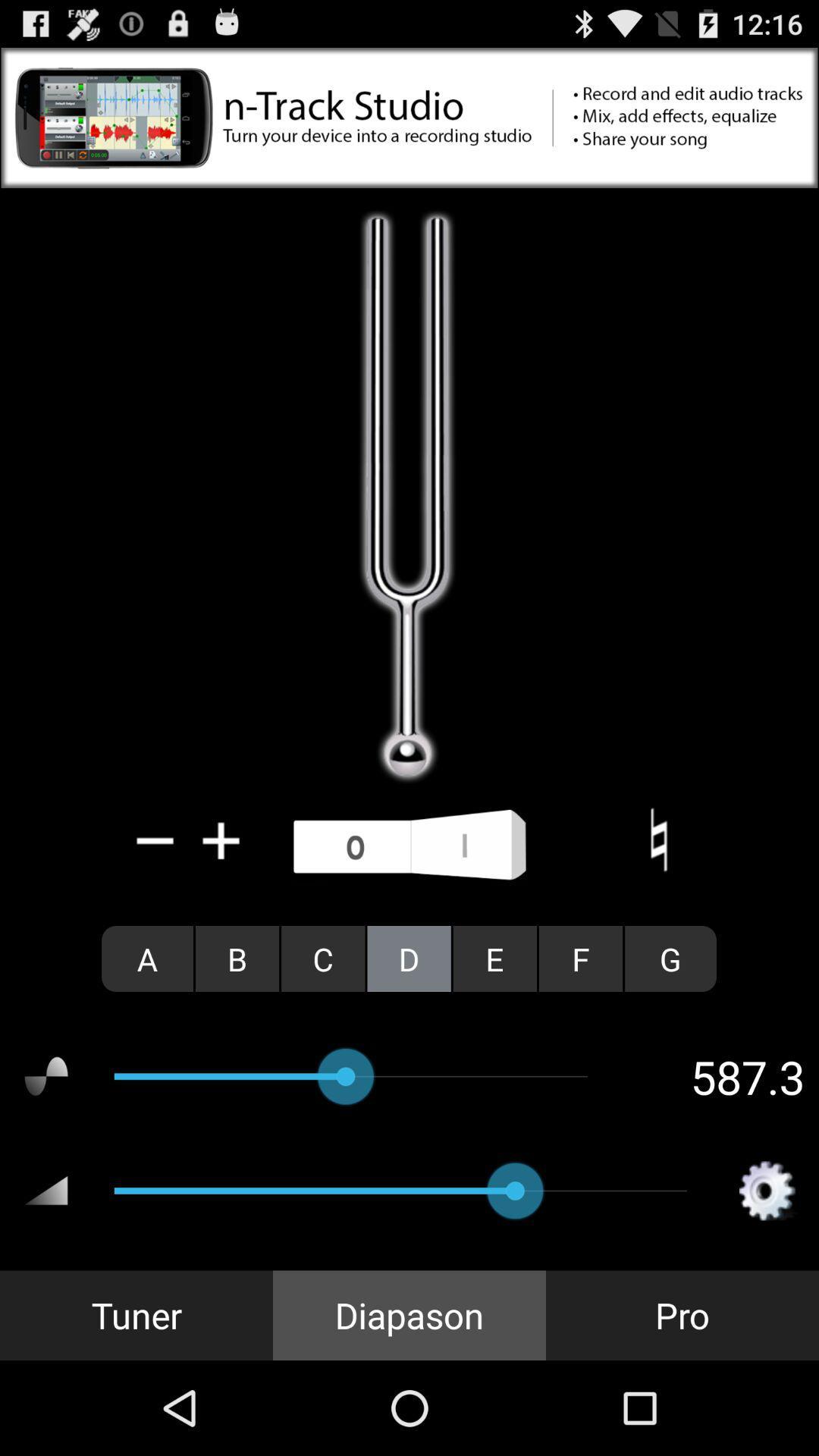  What do you see at coordinates (221, 839) in the screenshot?
I see `icon above the a radio button` at bounding box center [221, 839].